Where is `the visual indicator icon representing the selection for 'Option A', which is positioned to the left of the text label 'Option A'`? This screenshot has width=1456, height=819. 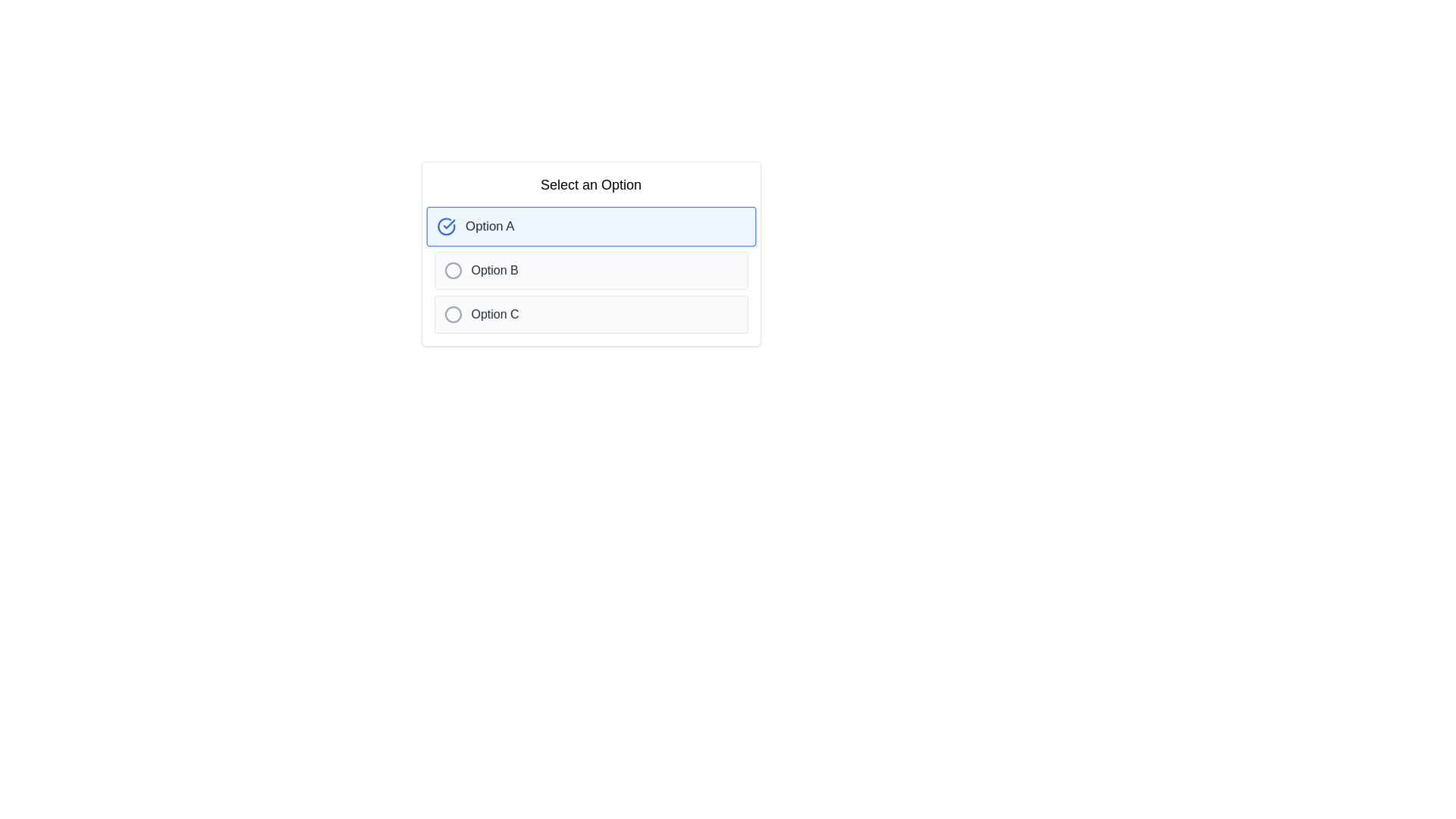
the visual indicator icon representing the selection for 'Option A', which is positioned to the left of the text label 'Option A' is located at coordinates (445, 227).